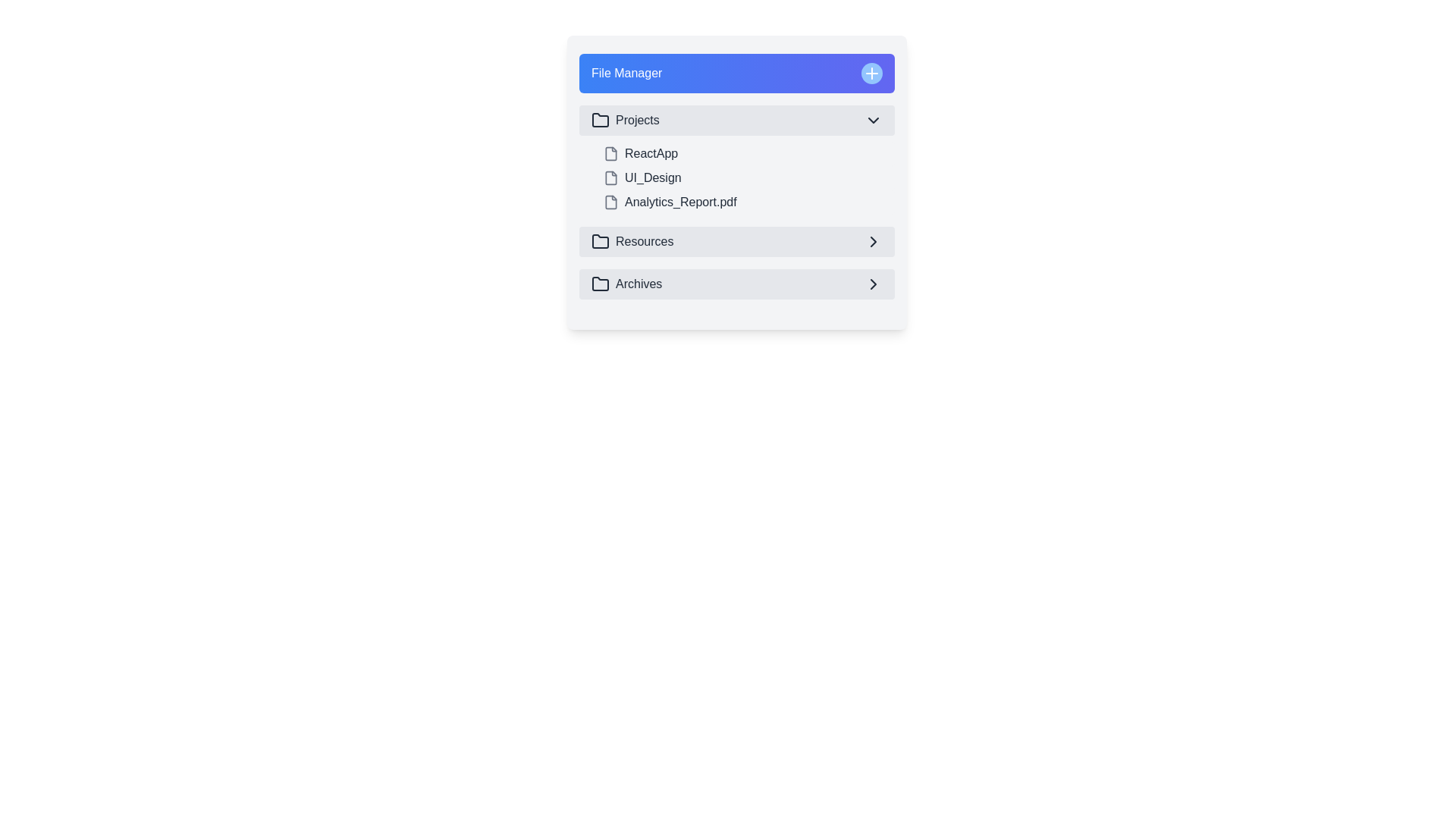  What do you see at coordinates (736, 284) in the screenshot?
I see `the last folder item in the file manager, located below 'Resources'` at bounding box center [736, 284].